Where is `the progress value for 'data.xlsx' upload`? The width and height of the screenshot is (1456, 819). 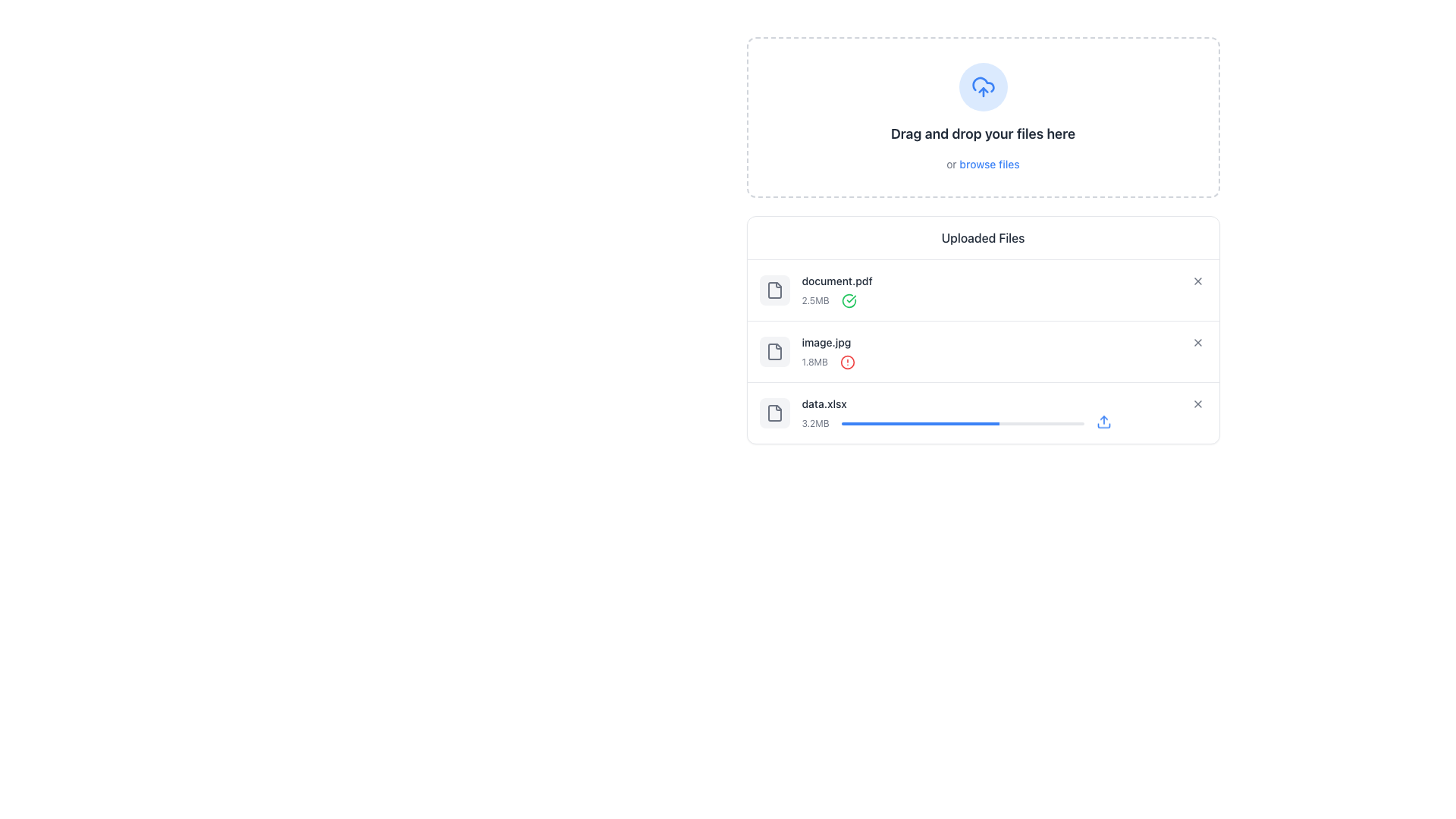
the progress value for 'data.xlsx' upload is located at coordinates (972, 424).